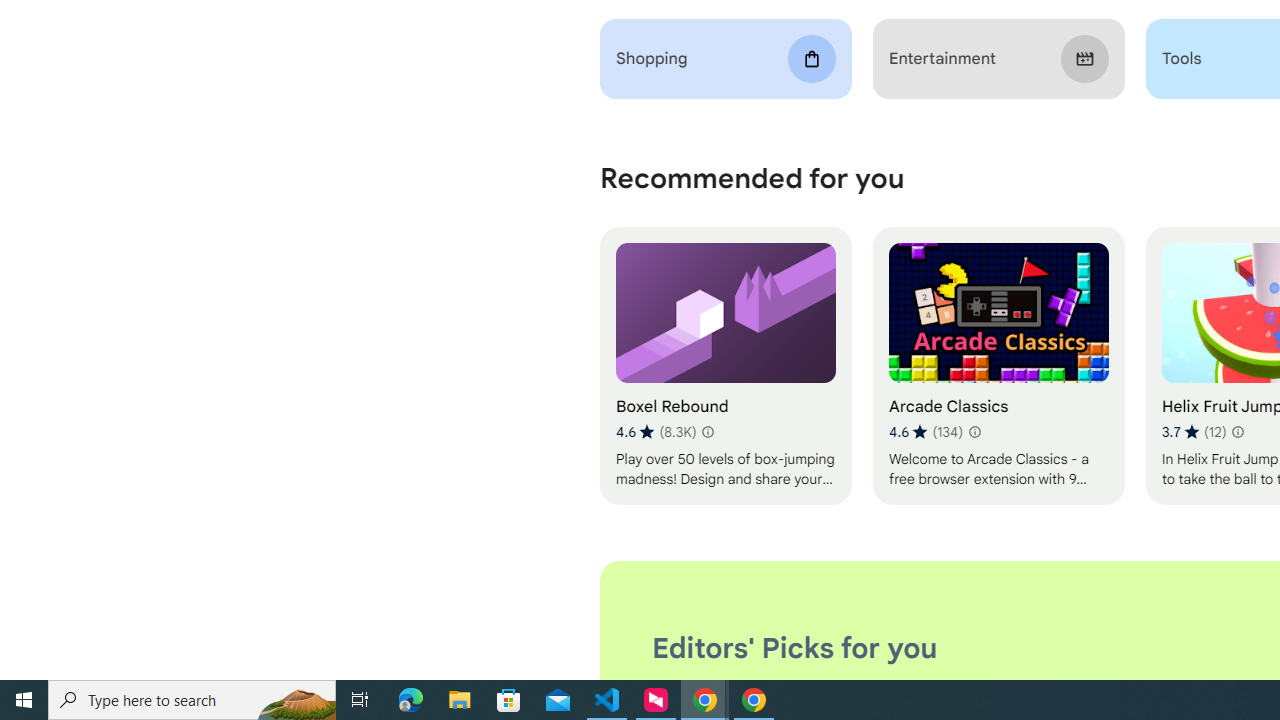 This screenshot has width=1280, height=720. What do you see at coordinates (924, 431) in the screenshot?
I see `'Average rating 4.6 out of 5 stars. 134 ratings.'` at bounding box center [924, 431].